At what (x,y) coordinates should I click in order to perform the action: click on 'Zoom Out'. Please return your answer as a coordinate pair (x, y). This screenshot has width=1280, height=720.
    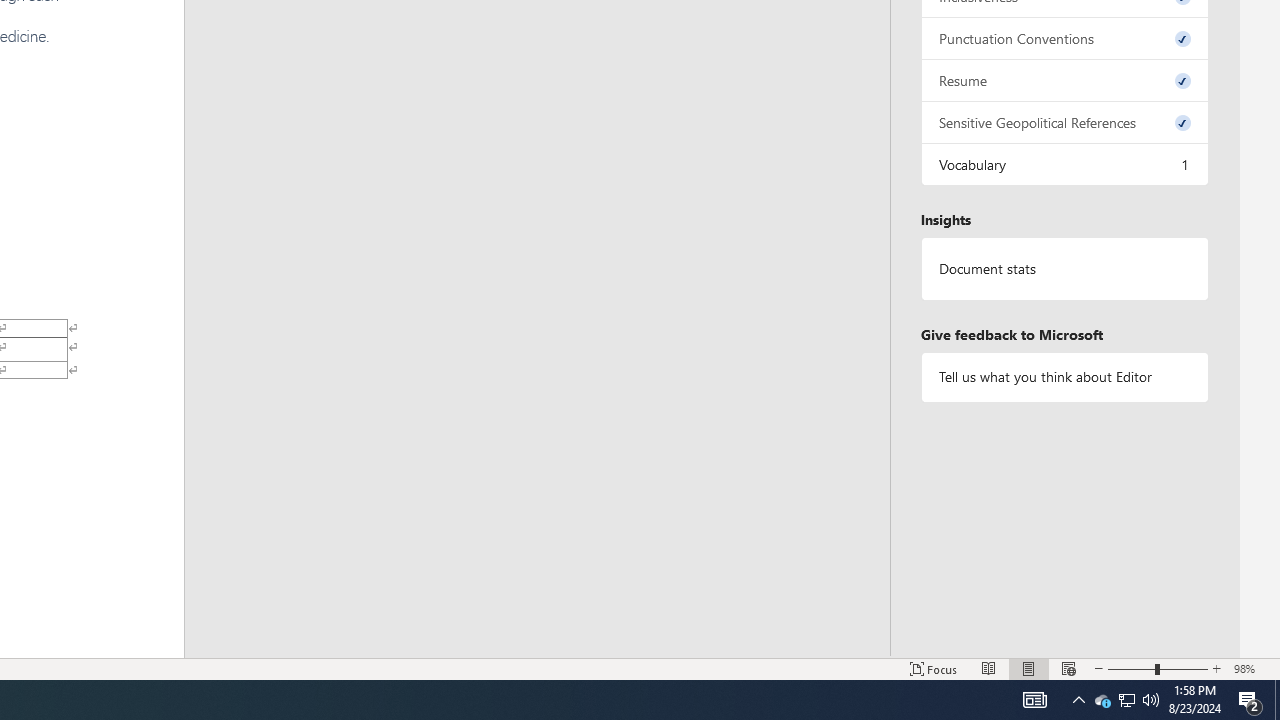
    Looking at the image, I should click on (1131, 669).